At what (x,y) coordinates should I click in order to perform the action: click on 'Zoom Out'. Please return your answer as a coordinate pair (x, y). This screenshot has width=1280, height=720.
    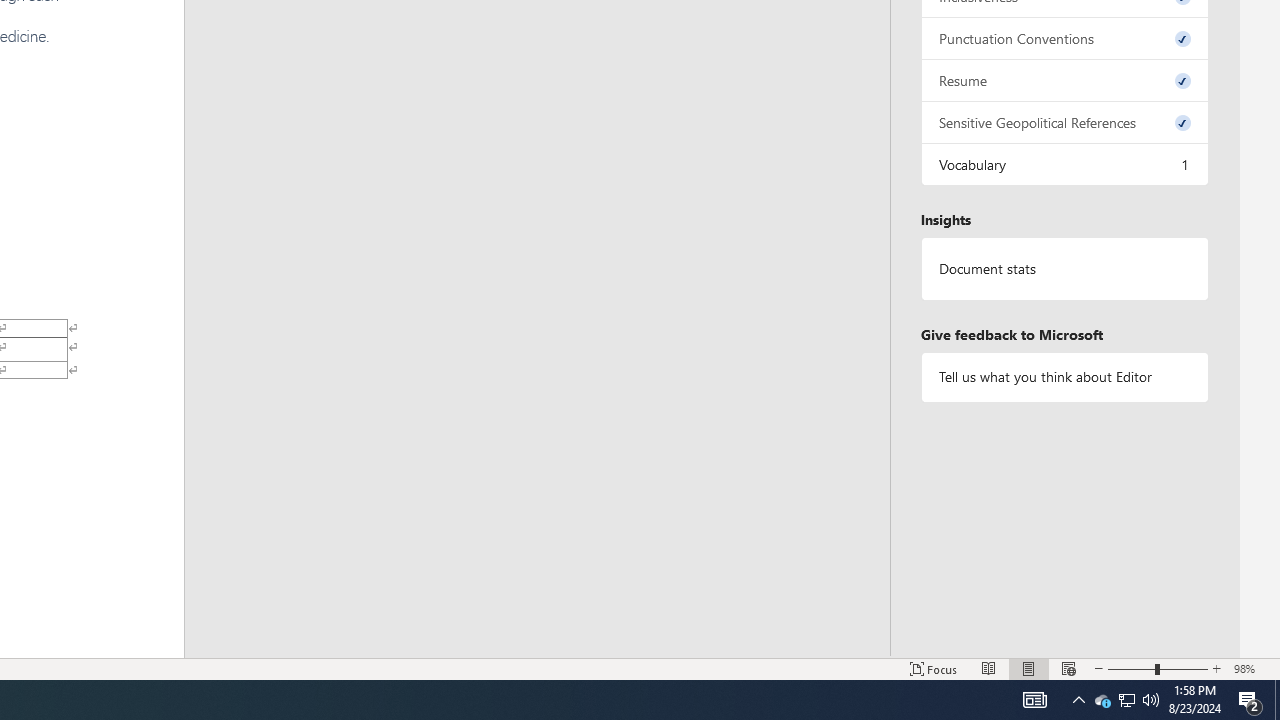
    Looking at the image, I should click on (1131, 669).